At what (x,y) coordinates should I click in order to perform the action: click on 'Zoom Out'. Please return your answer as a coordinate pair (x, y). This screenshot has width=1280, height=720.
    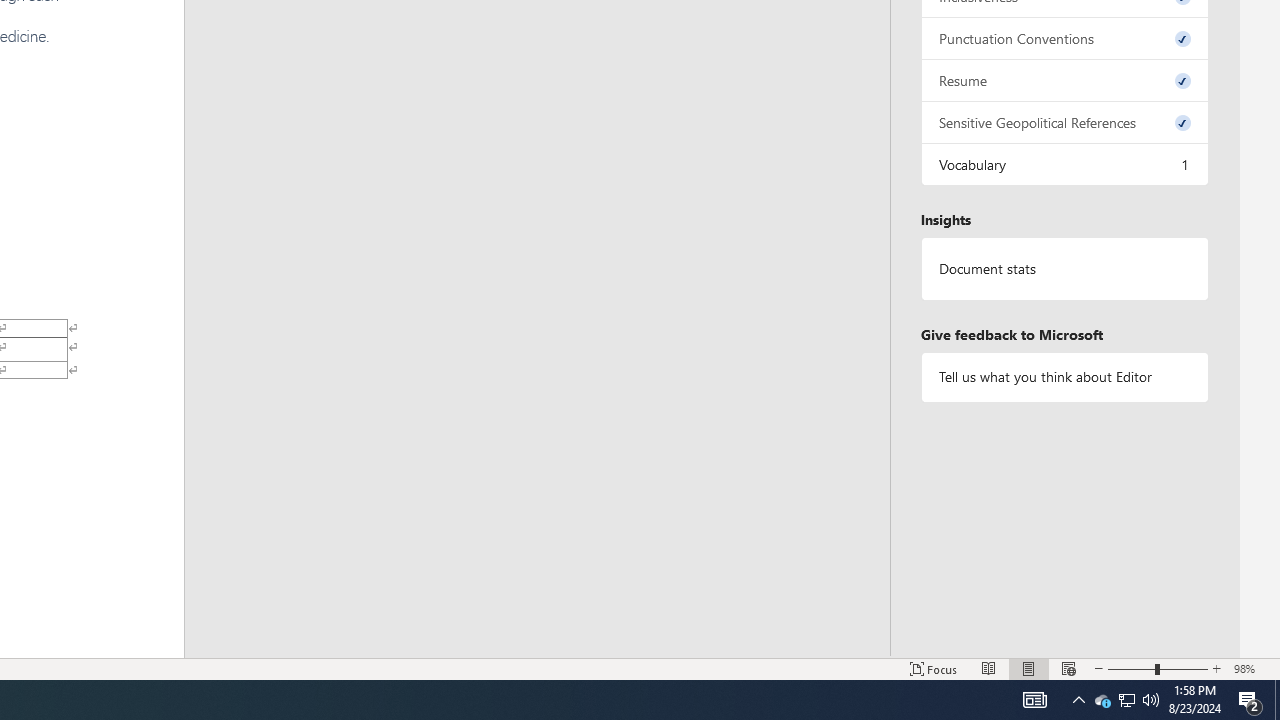
    Looking at the image, I should click on (1131, 669).